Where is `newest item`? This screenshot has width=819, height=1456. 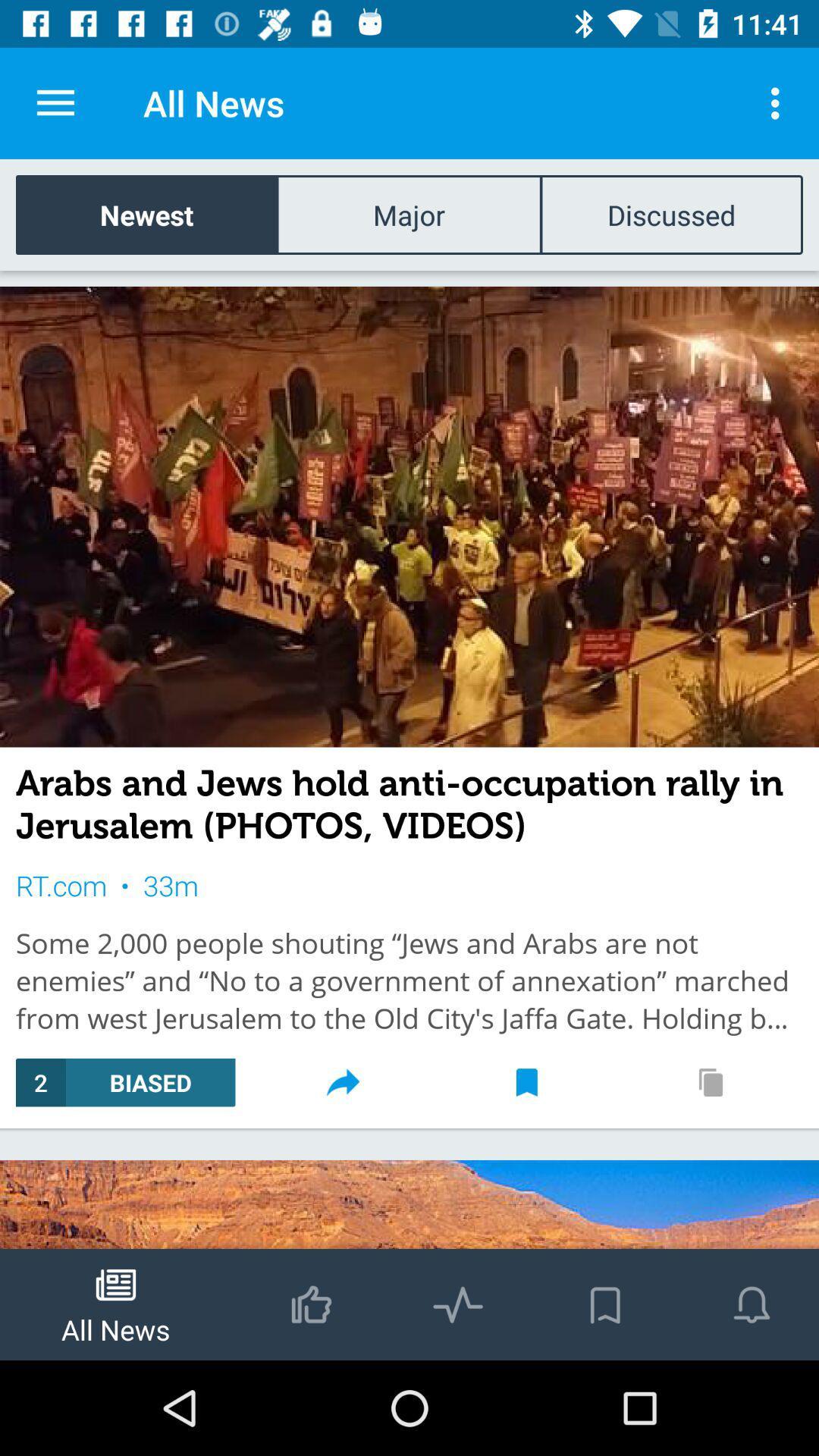
newest item is located at coordinates (146, 214).